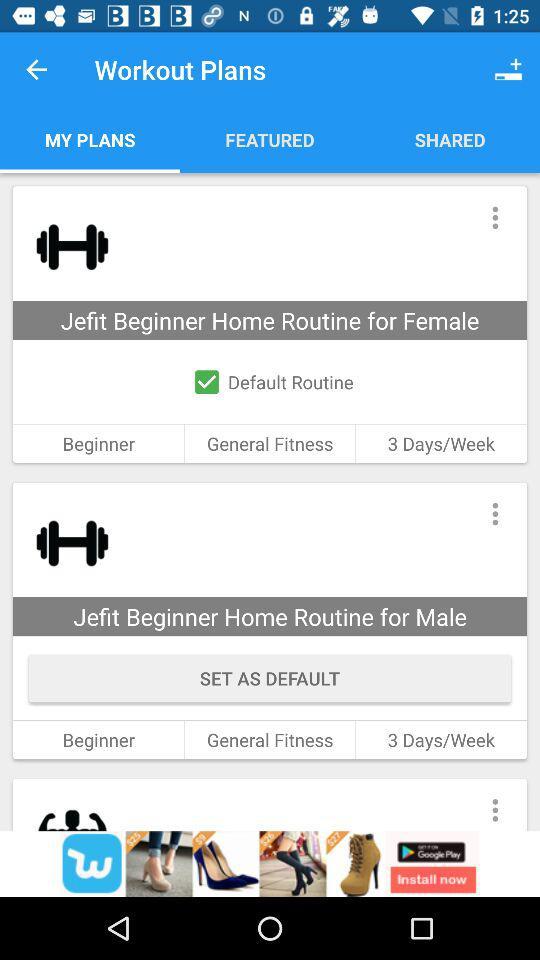 This screenshot has width=540, height=960. What do you see at coordinates (508, 69) in the screenshot?
I see `the icon shown at the top right cornerof the page` at bounding box center [508, 69].